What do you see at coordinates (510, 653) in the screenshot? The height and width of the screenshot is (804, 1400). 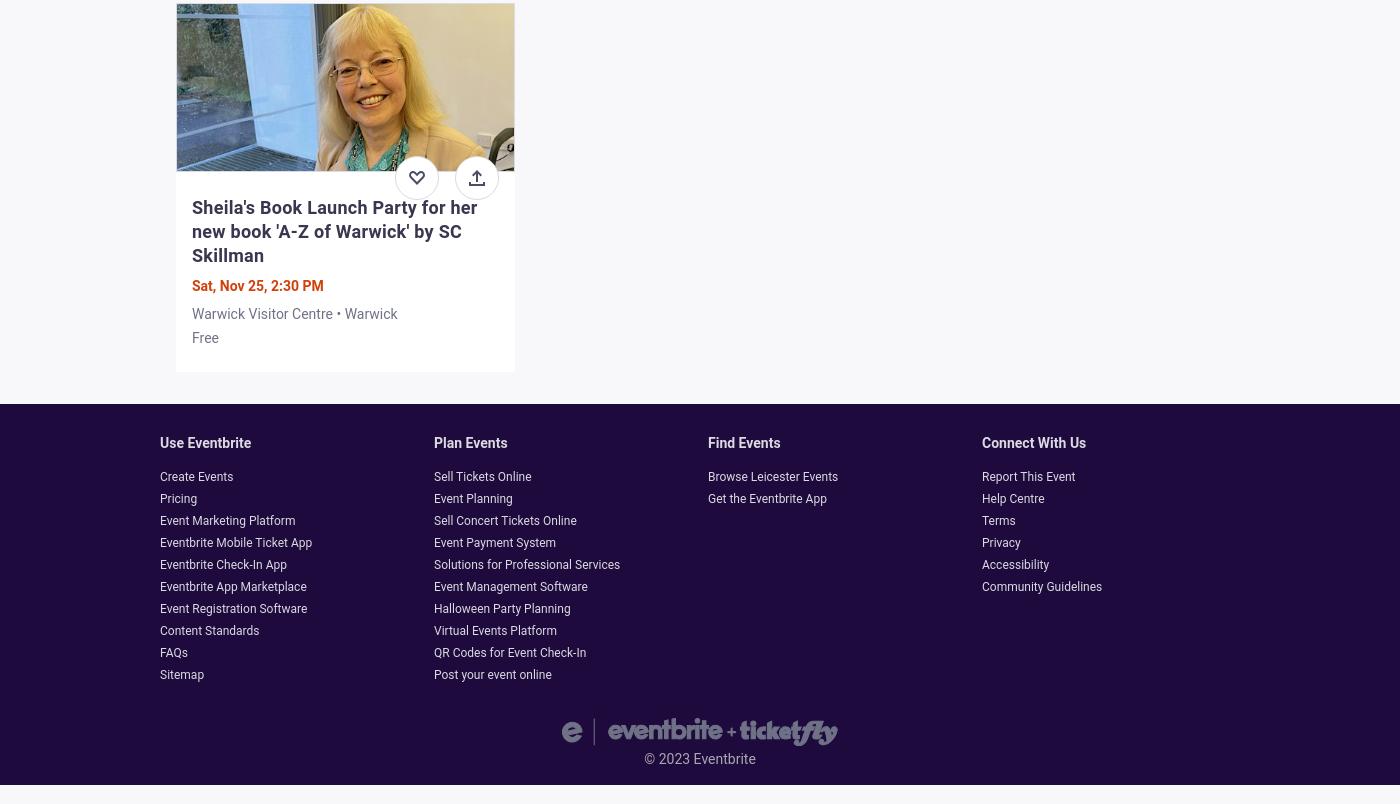 I see `'QR Codes for Event Check-In'` at bounding box center [510, 653].